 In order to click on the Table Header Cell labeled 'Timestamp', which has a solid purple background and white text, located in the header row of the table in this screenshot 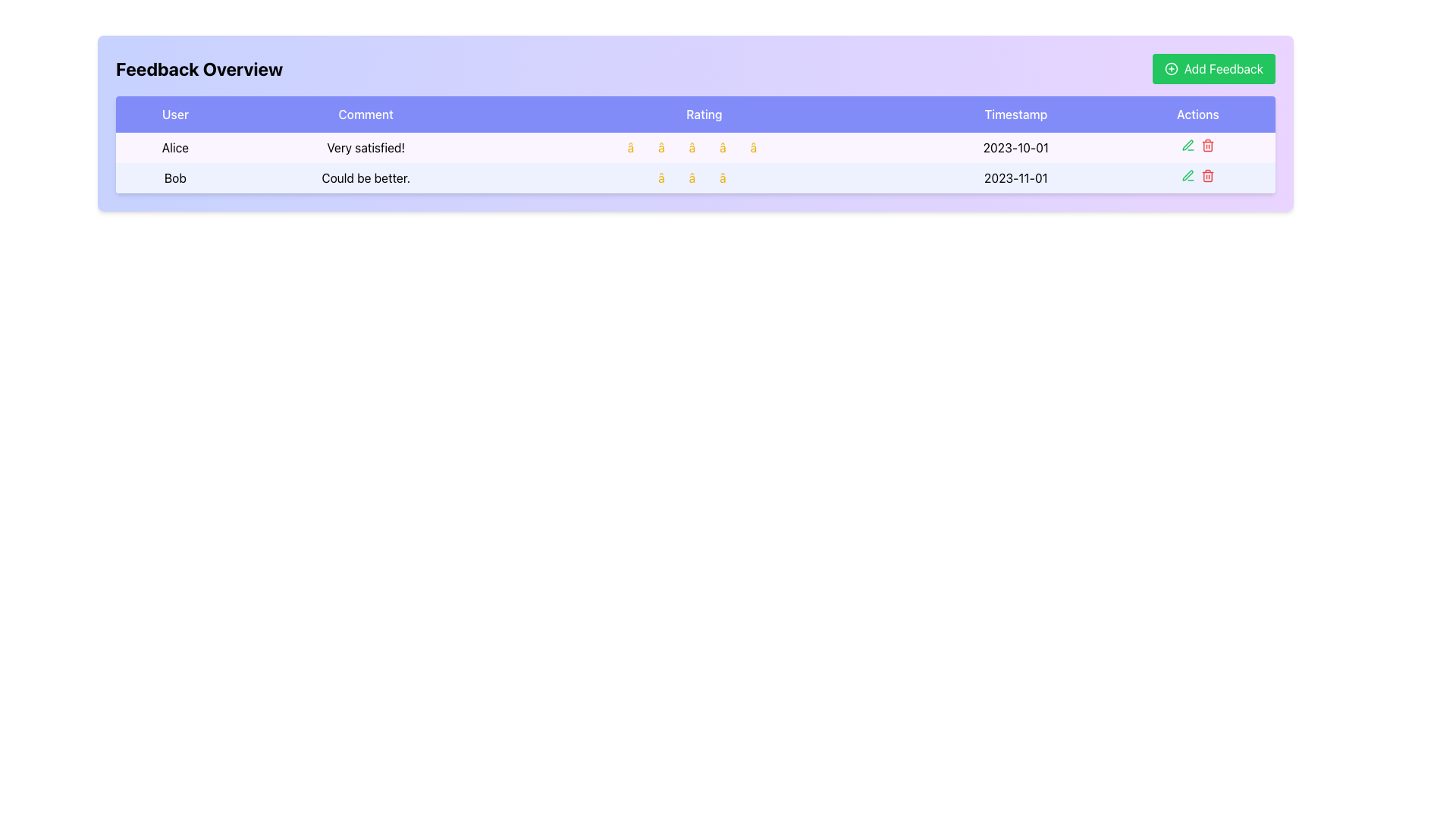, I will do `click(1015, 113)`.